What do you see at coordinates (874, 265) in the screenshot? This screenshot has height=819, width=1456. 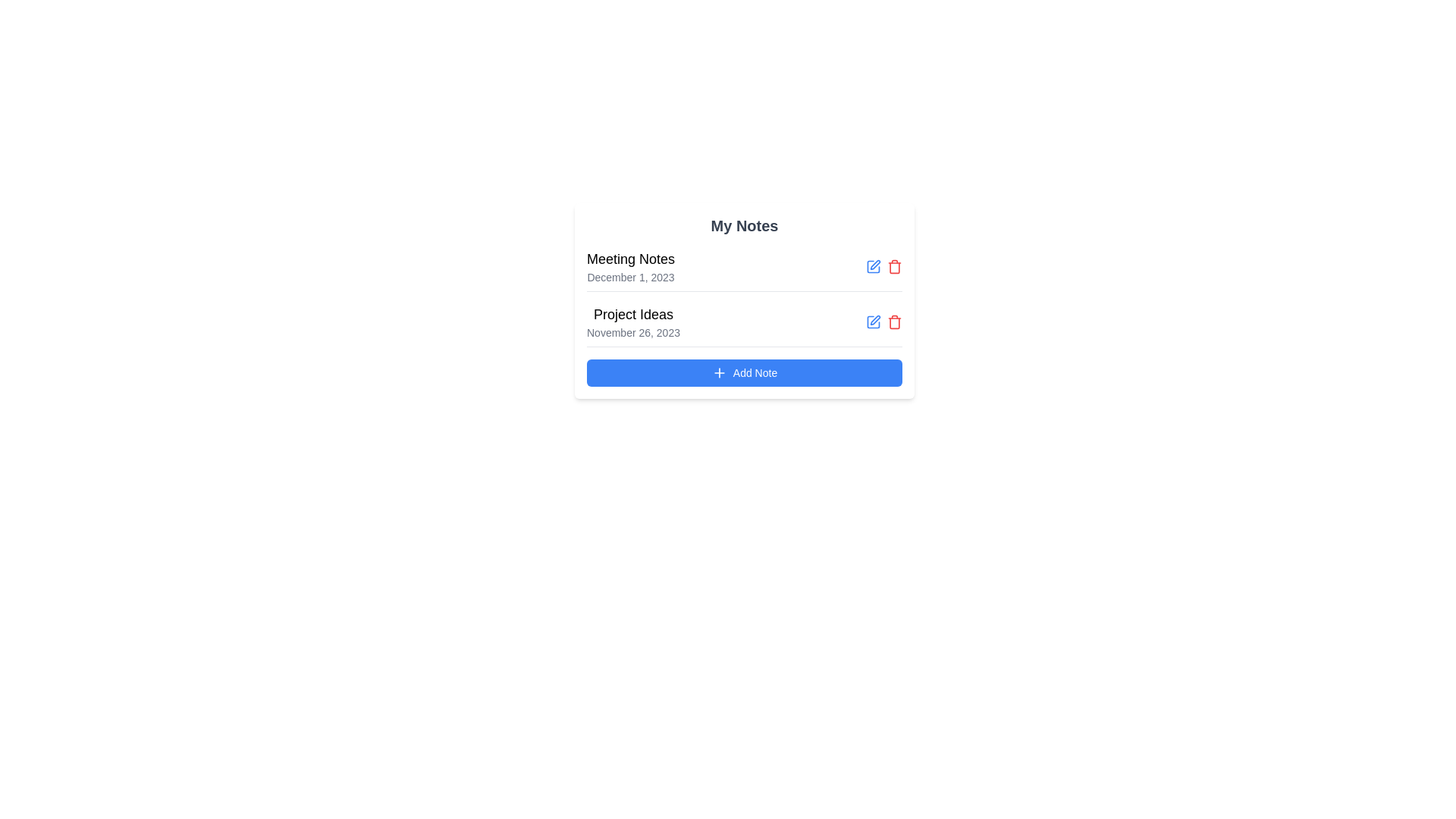 I see `the SVG icon representing a square with rounded edges, located adjacent to the text 'Meeting Notes'` at bounding box center [874, 265].